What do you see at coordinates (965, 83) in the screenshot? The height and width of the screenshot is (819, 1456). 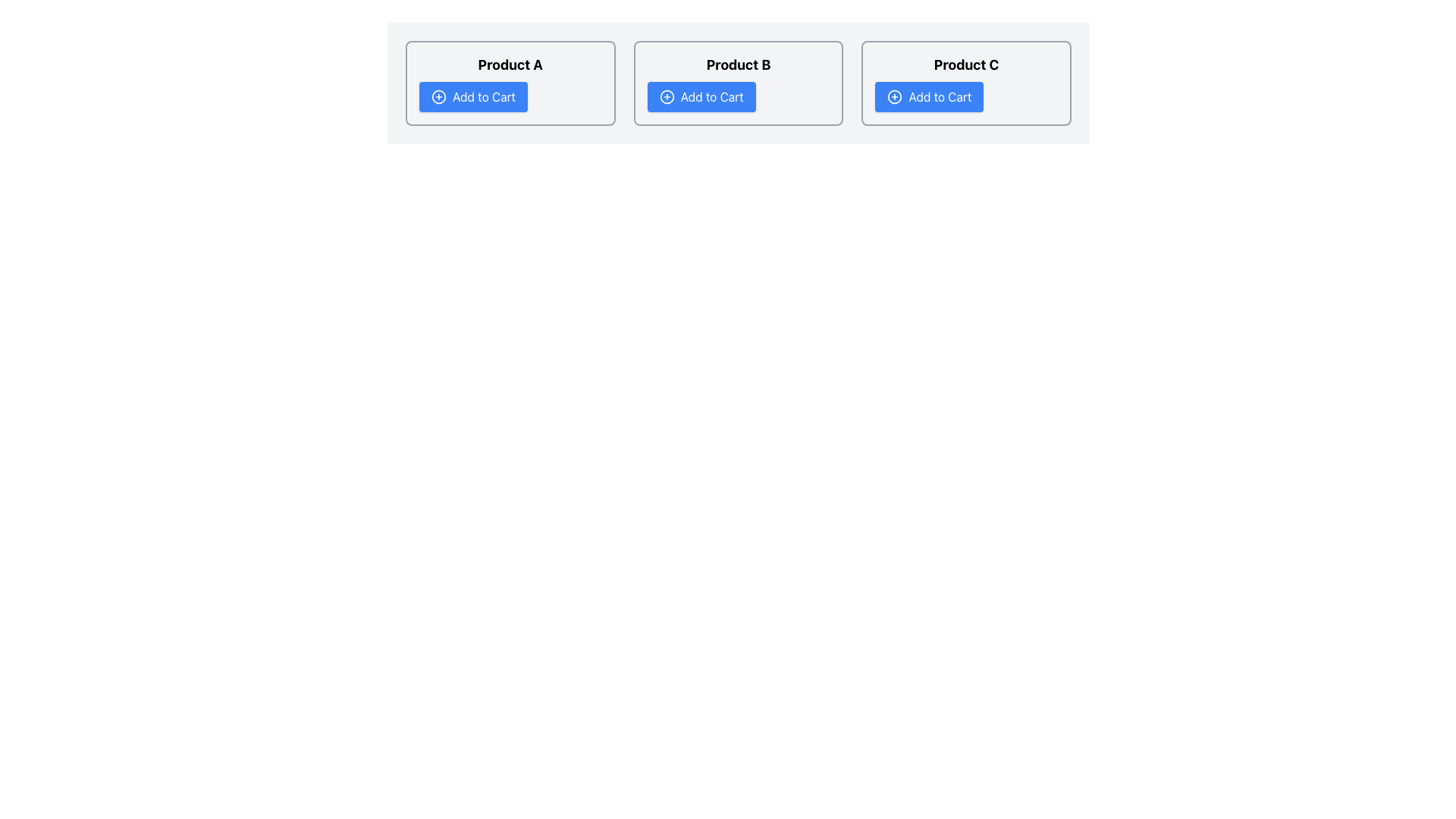 I see `the 'Add to Cart' button on the 'Product C' card, which is the third card in the grid layout` at bounding box center [965, 83].